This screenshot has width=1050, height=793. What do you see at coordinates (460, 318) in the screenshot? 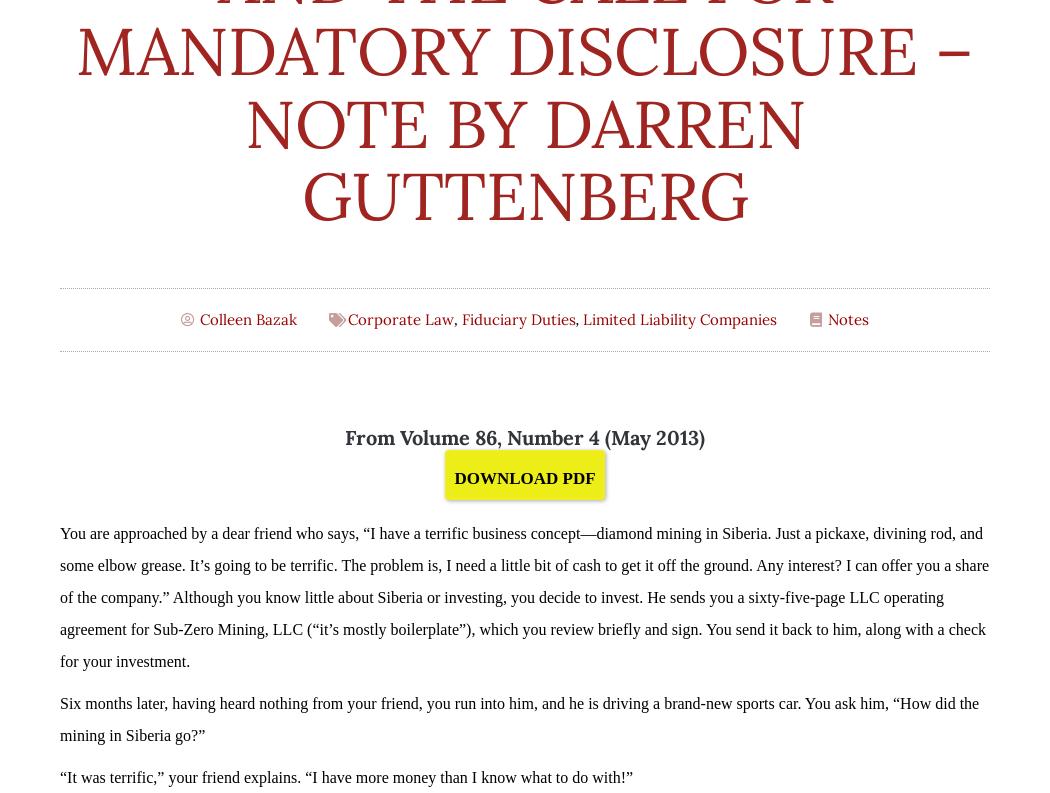
I see `'Fiduciary Duties'` at bounding box center [460, 318].